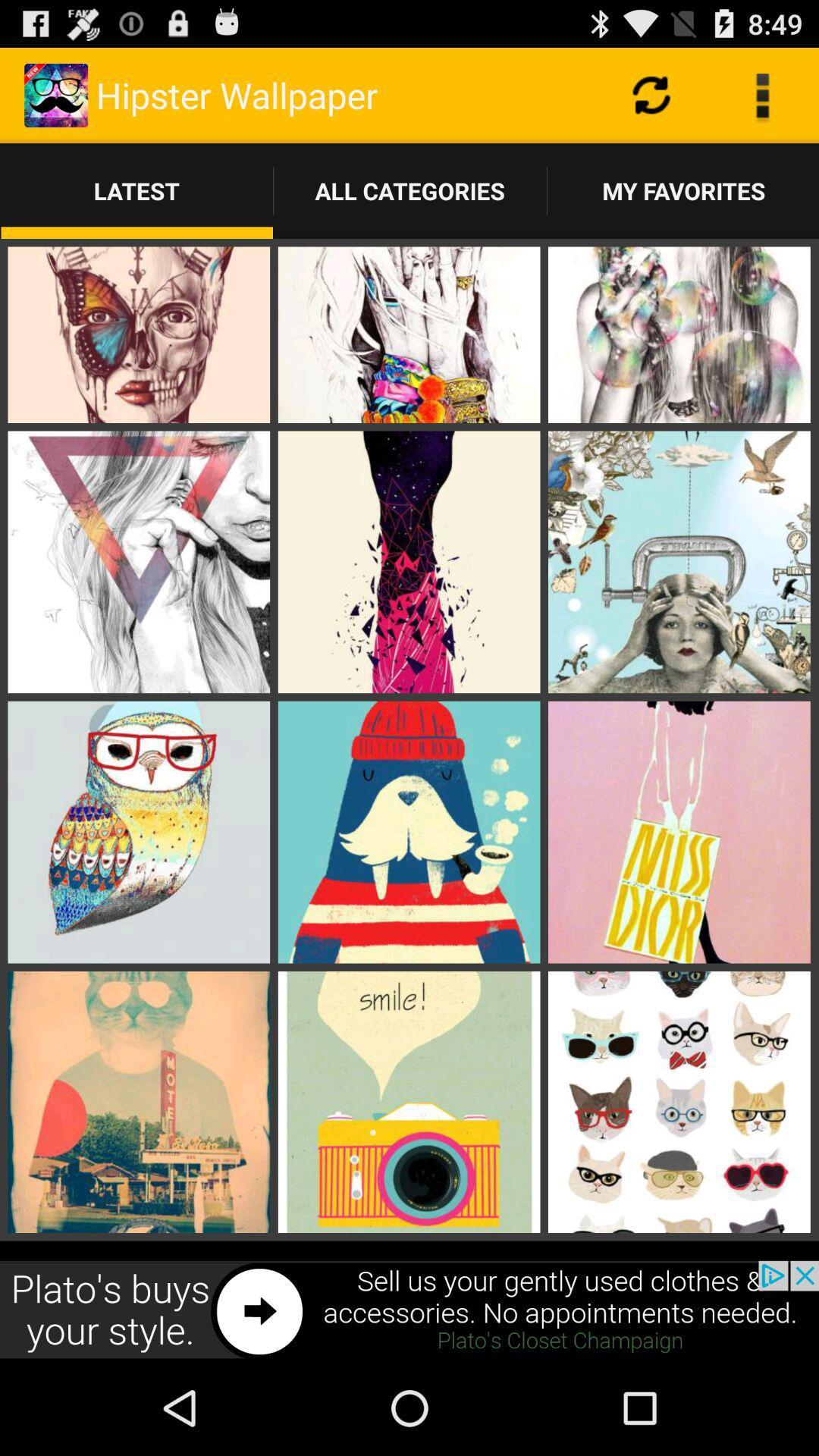  Describe the element at coordinates (409, 1310) in the screenshot. I see `advertisement we close it or view it` at that location.